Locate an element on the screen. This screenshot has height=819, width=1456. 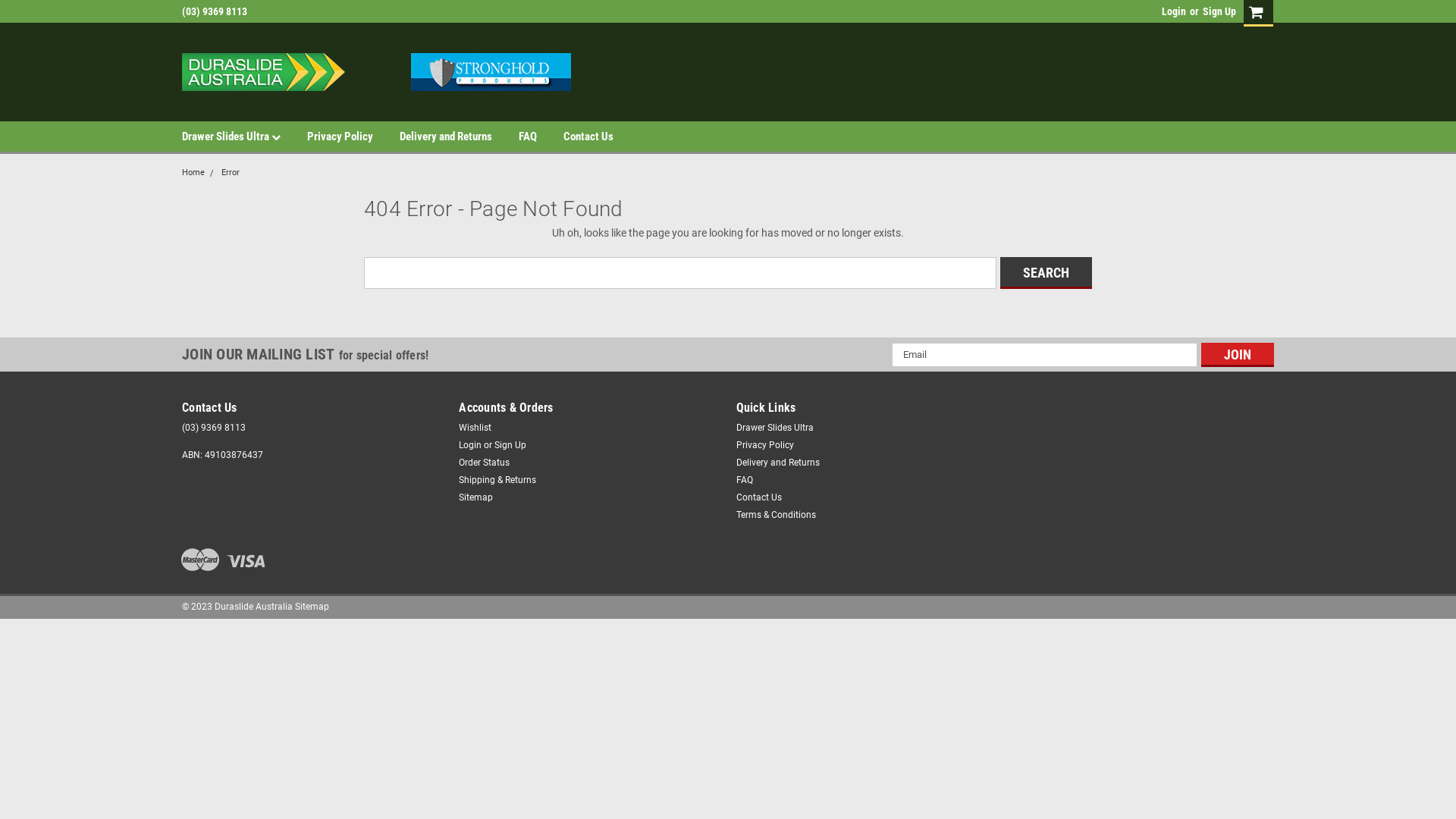
'Order Status' is located at coordinates (483, 461).